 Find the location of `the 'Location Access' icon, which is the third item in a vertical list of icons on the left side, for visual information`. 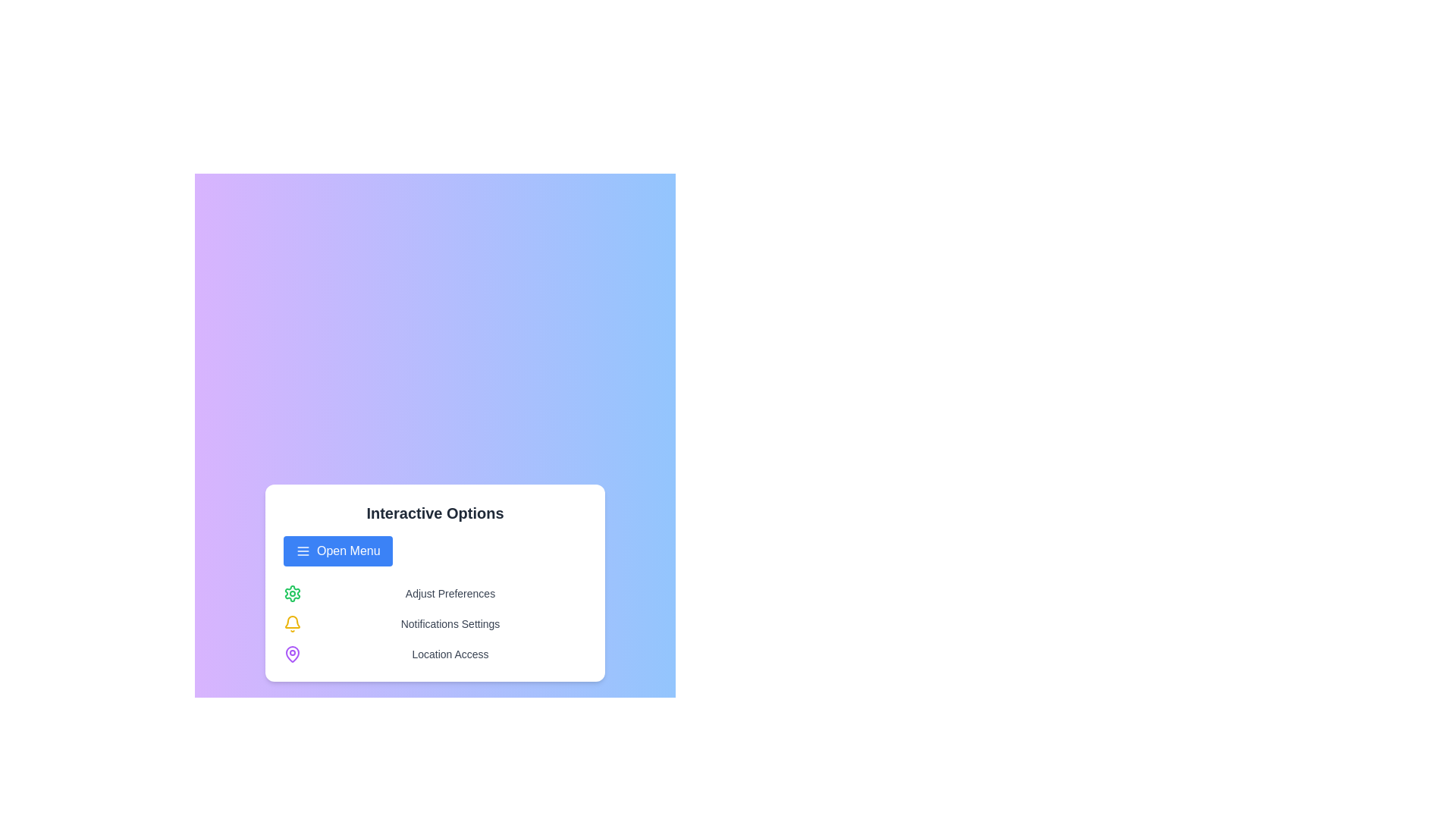

the 'Location Access' icon, which is the third item in a vertical list of icons on the left side, for visual information is located at coordinates (292, 654).